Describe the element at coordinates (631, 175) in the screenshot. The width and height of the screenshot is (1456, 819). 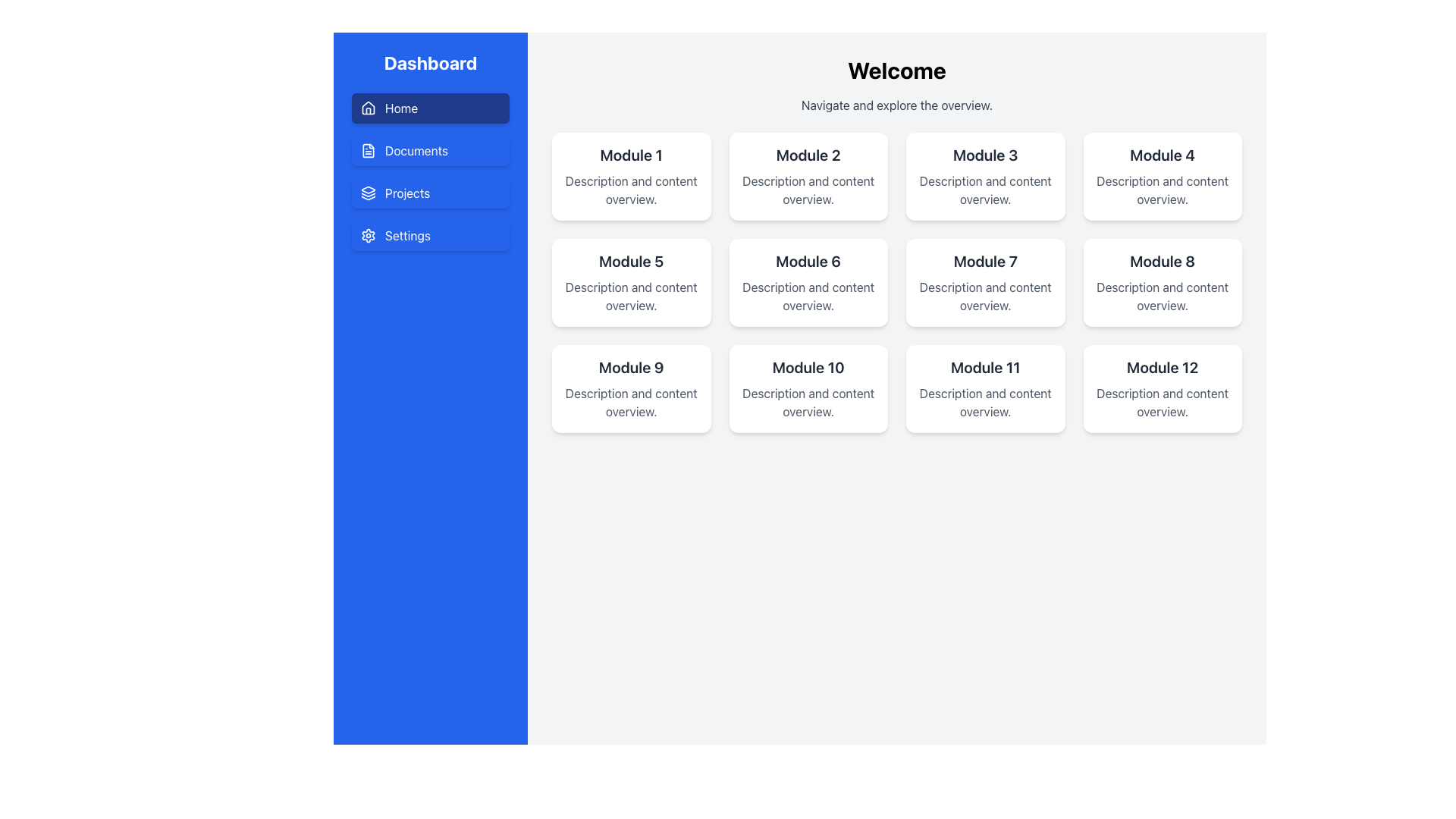
I see `the white rounded rectangular card labeled 'Module 1' that contains the text 'Description and content overview', located in the top-left corner of the grid layout` at that location.